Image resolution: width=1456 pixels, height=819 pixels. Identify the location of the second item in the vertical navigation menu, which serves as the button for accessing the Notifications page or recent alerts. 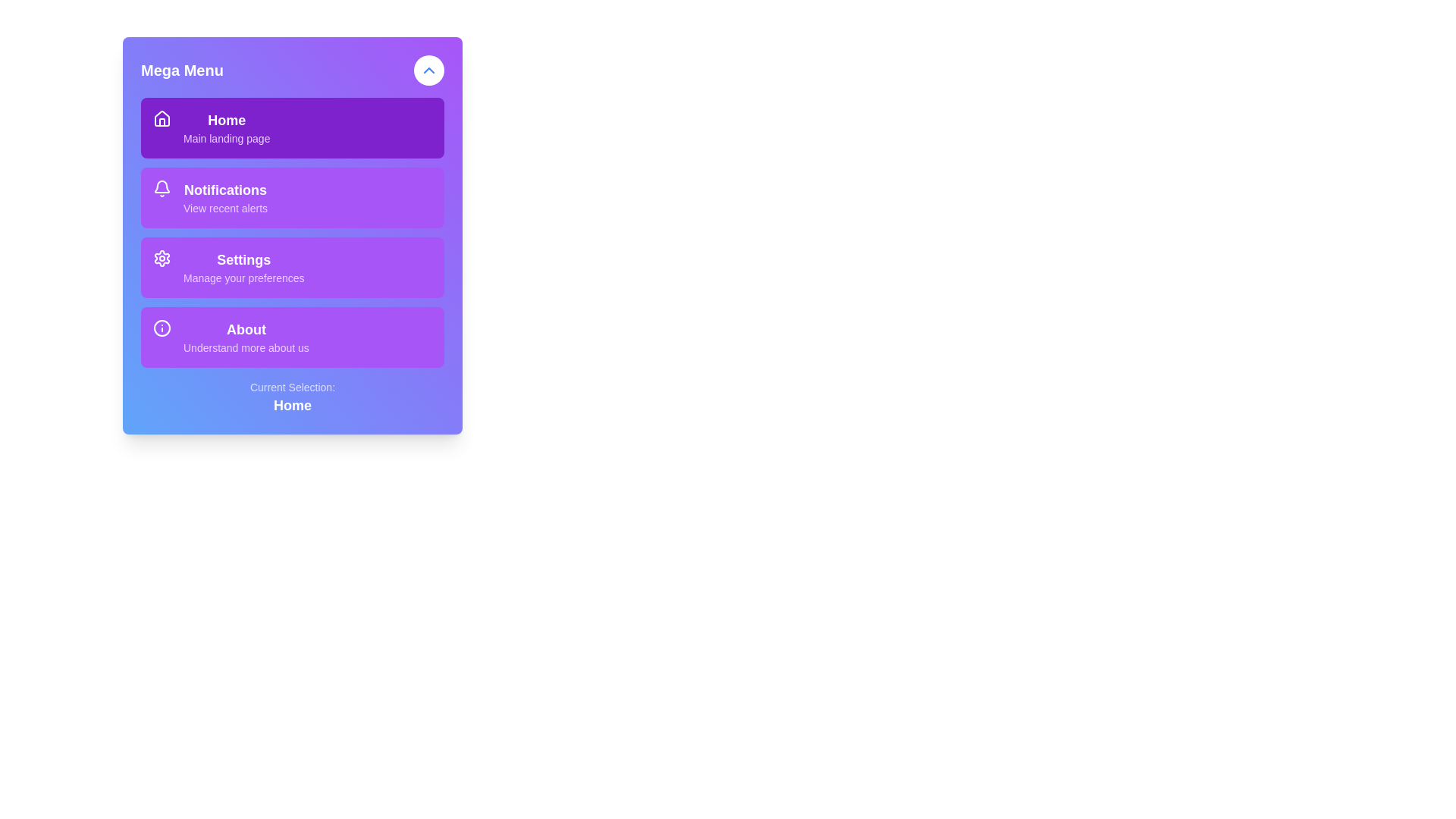
(292, 197).